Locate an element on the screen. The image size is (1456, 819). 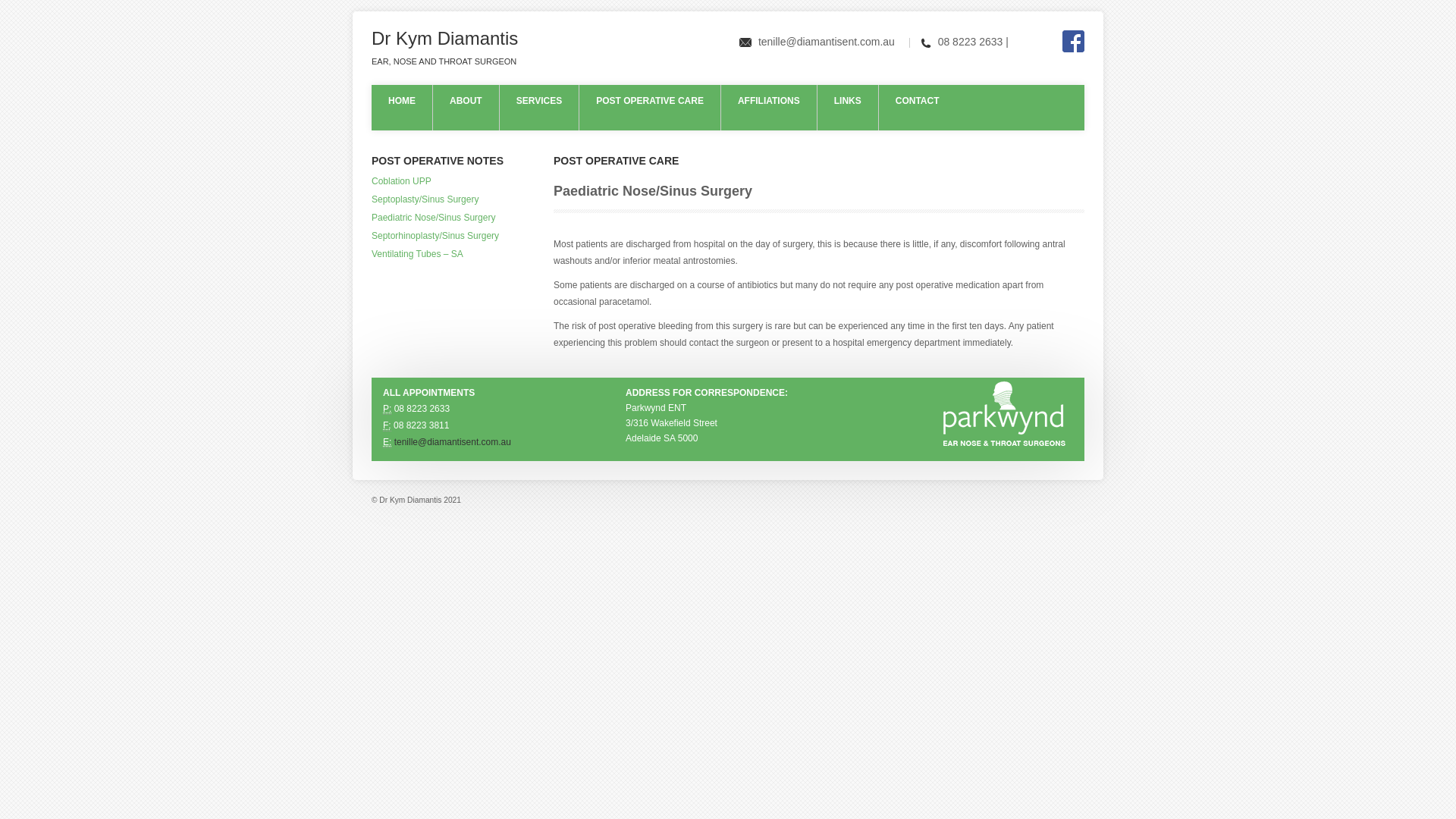
'LINKS' is located at coordinates (833, 107).